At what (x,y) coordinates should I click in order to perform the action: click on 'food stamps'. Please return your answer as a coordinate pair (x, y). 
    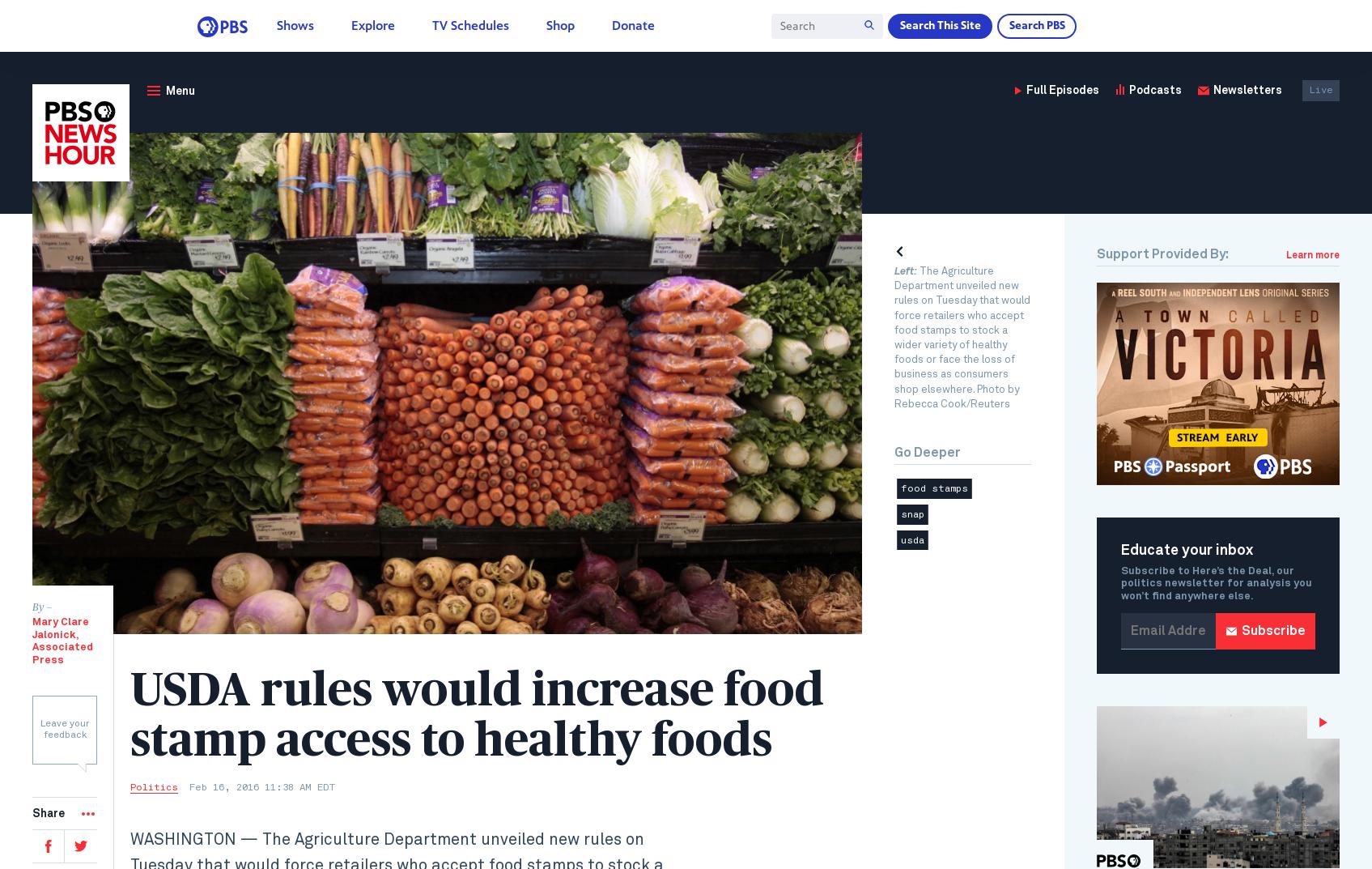
    Looking at the image, I should click on (899, 488).